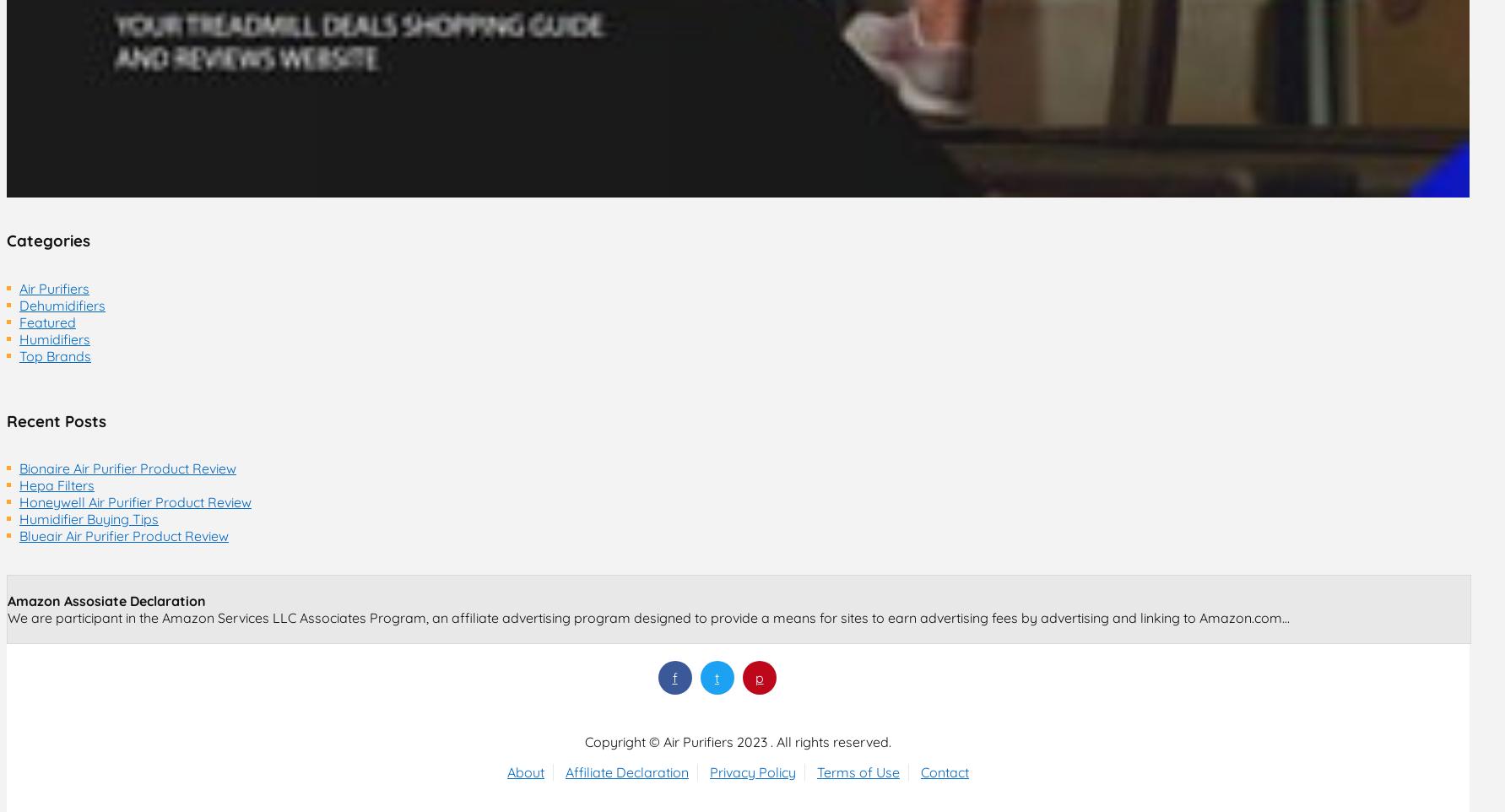  I want to click on 'Terms of Use', so click(858, 771).